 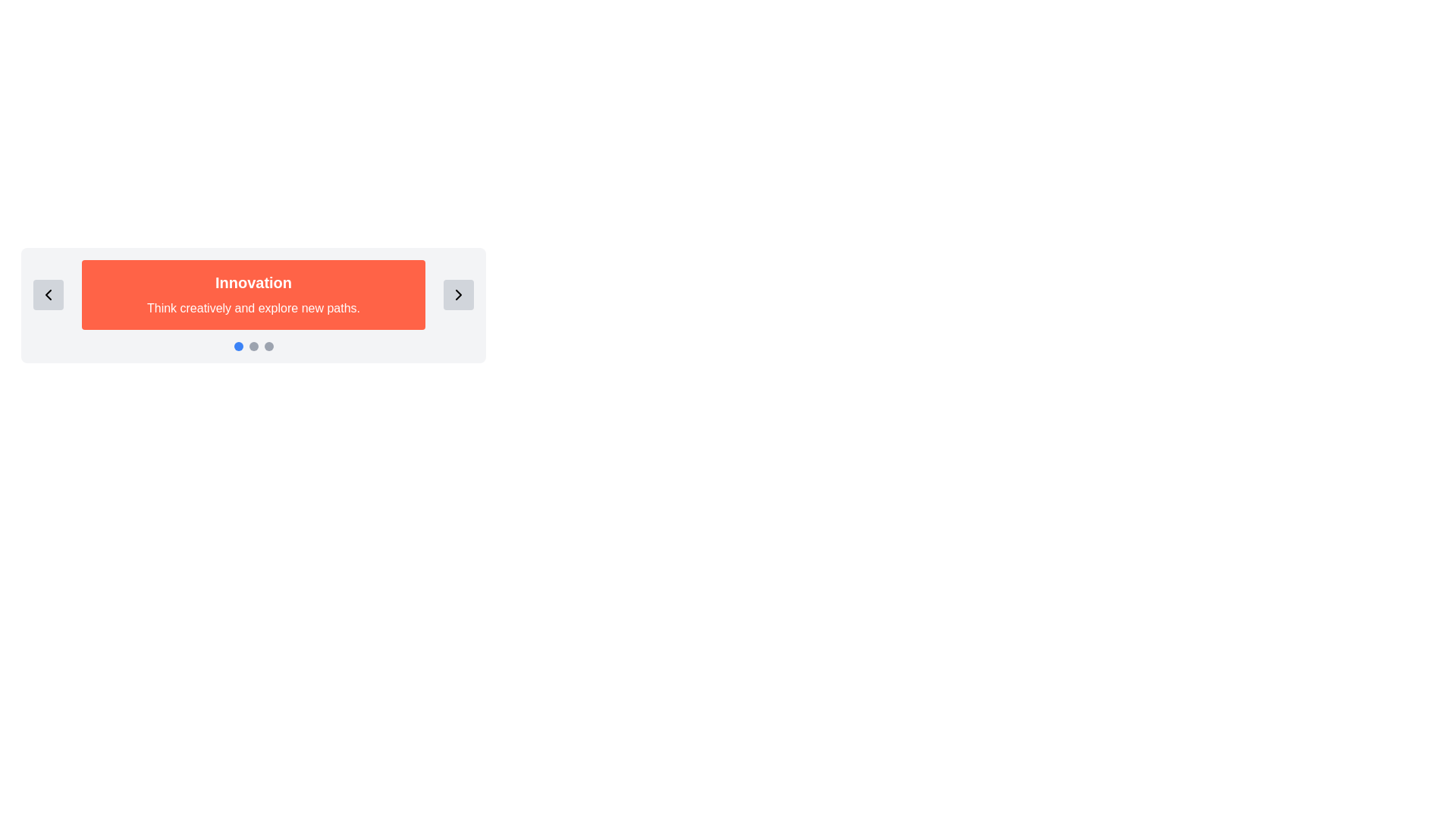 I want to click on the red rectangular text block containing the words 'Innovation' and 'Think creatively and explore new paths.', so click(x=253, y=295).